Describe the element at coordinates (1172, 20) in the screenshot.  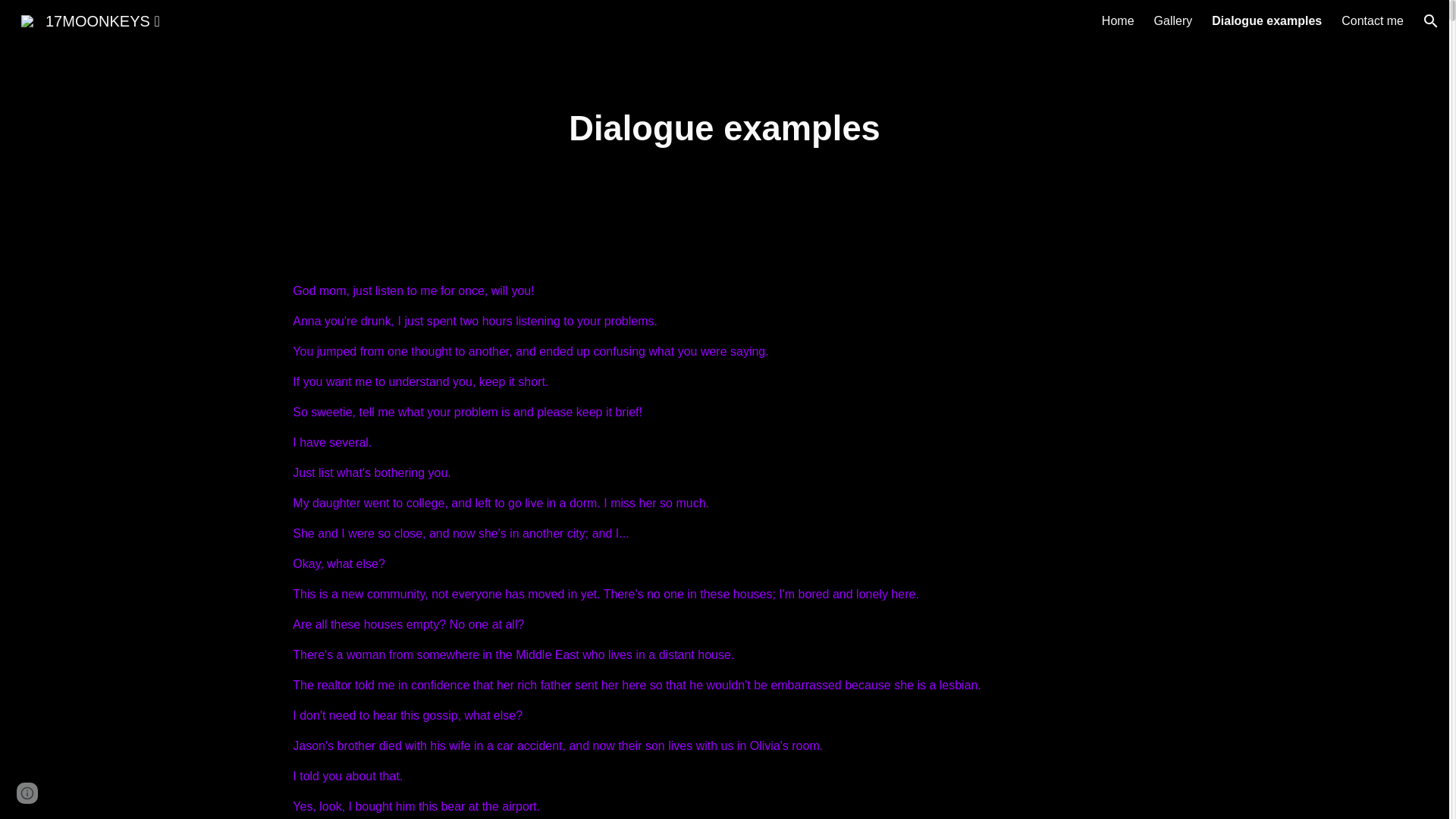
I see `'Gallery'` at that location.